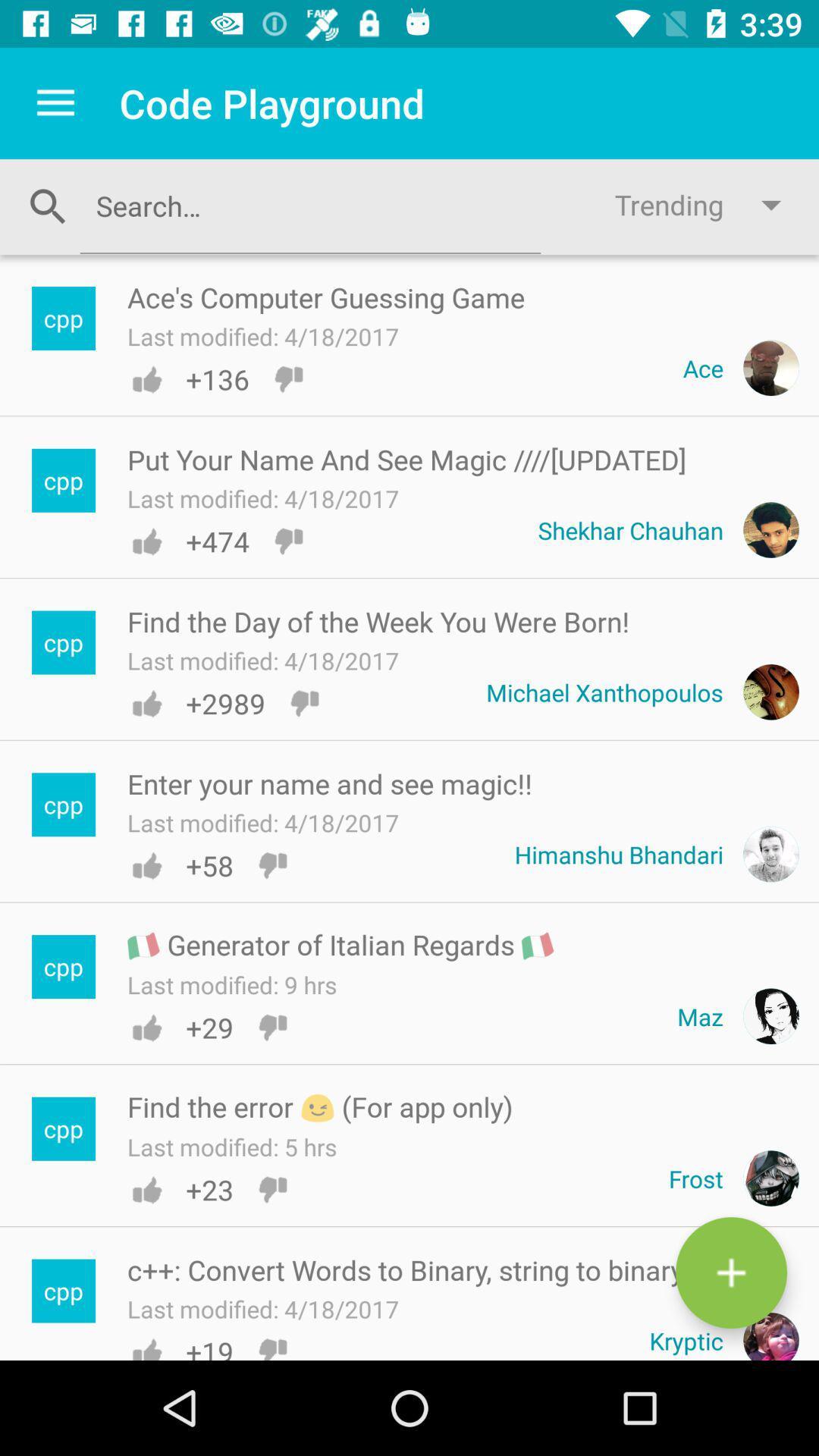 This screenshot has width=819, height=1456. Describe the element at coordinates (309, 205) in the screenshot. I see `search term` at that location.